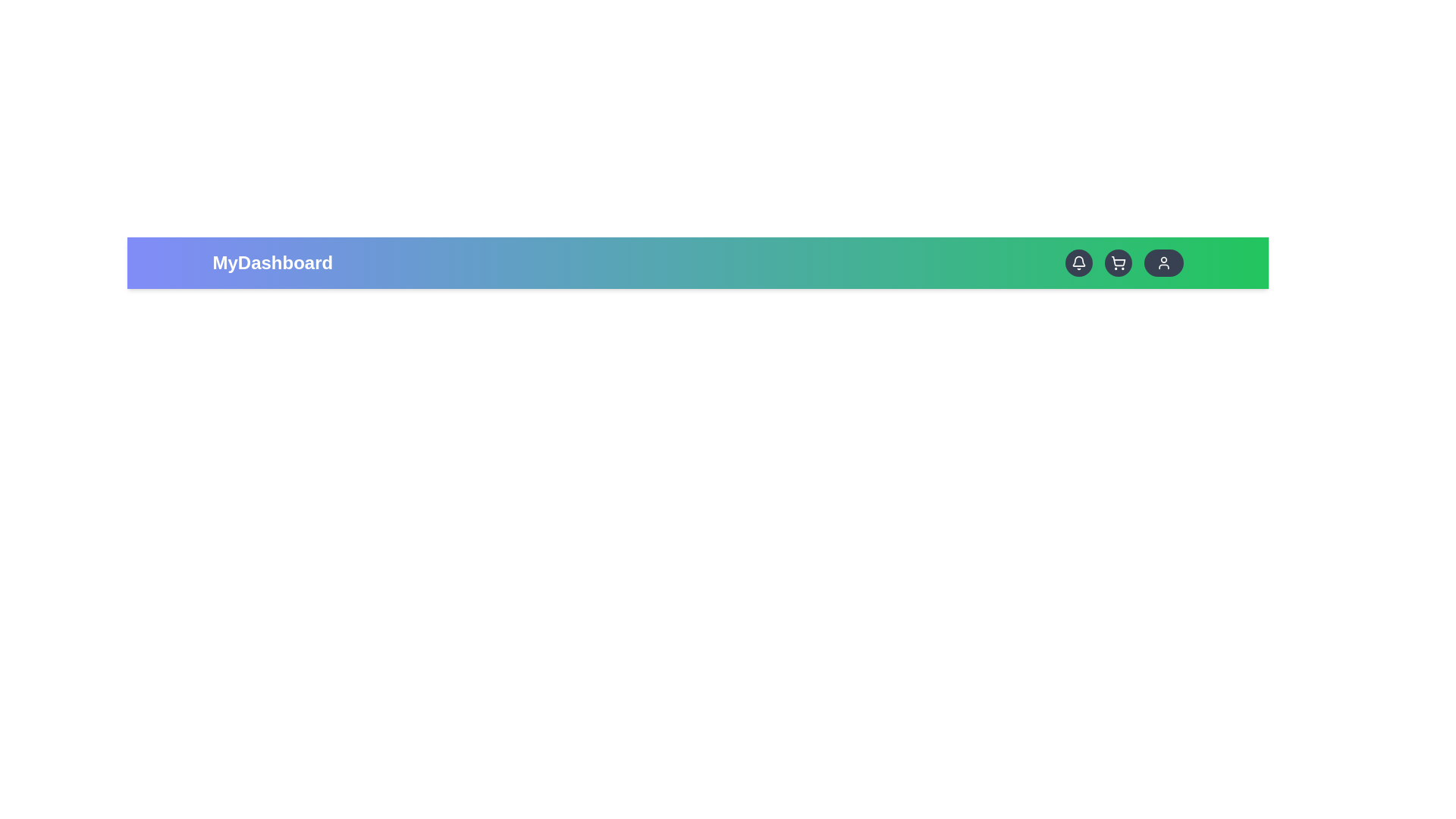 The height and width of the screenshot is (819, 1456). Describe the element at coordinates (1163, 262) in the screenshot. I see `user icon button to access the user profile` at that location.